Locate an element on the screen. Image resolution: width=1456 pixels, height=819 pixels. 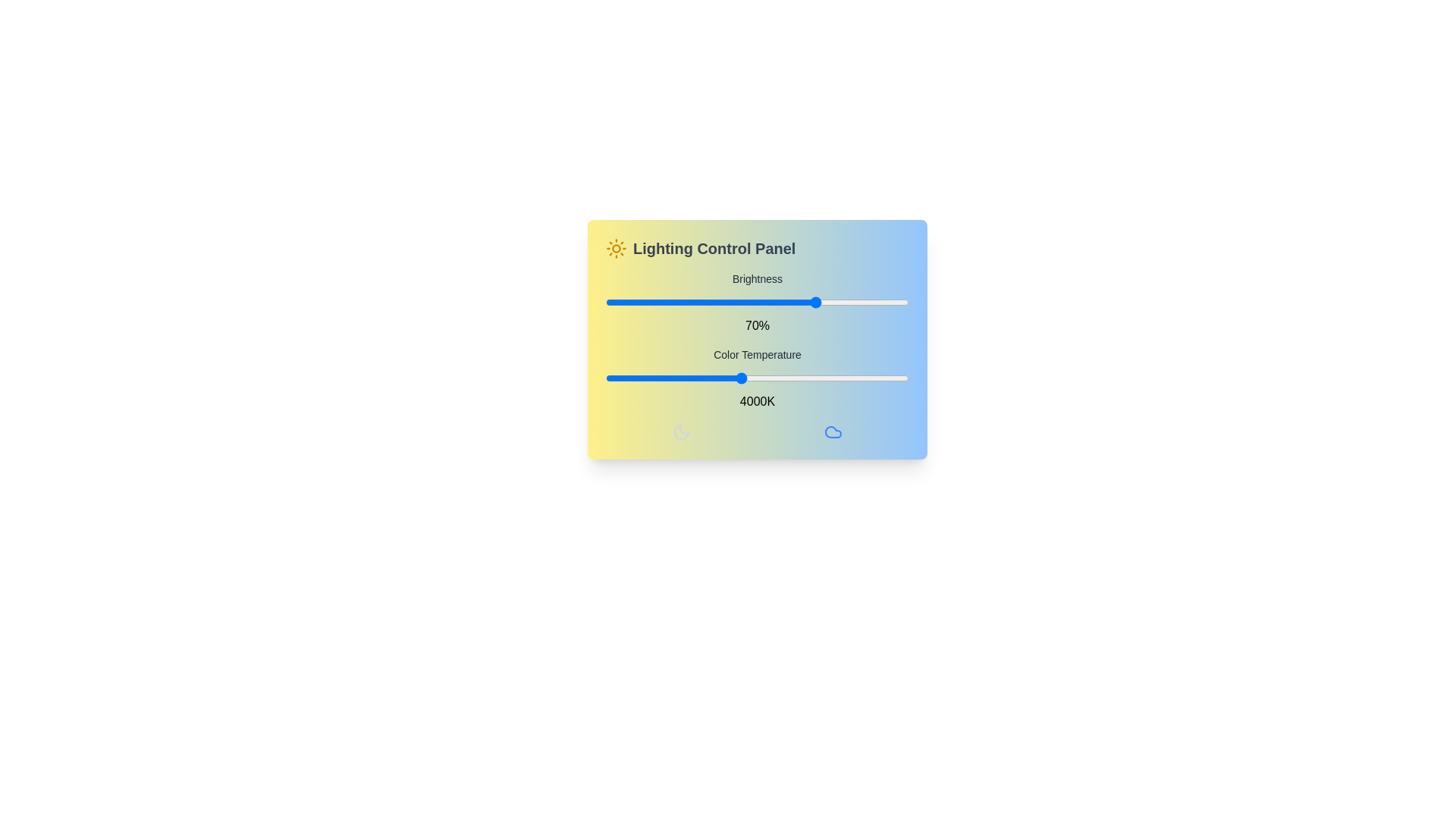
the color temperature slider to 3514 K is located at coordinates (707, 377).